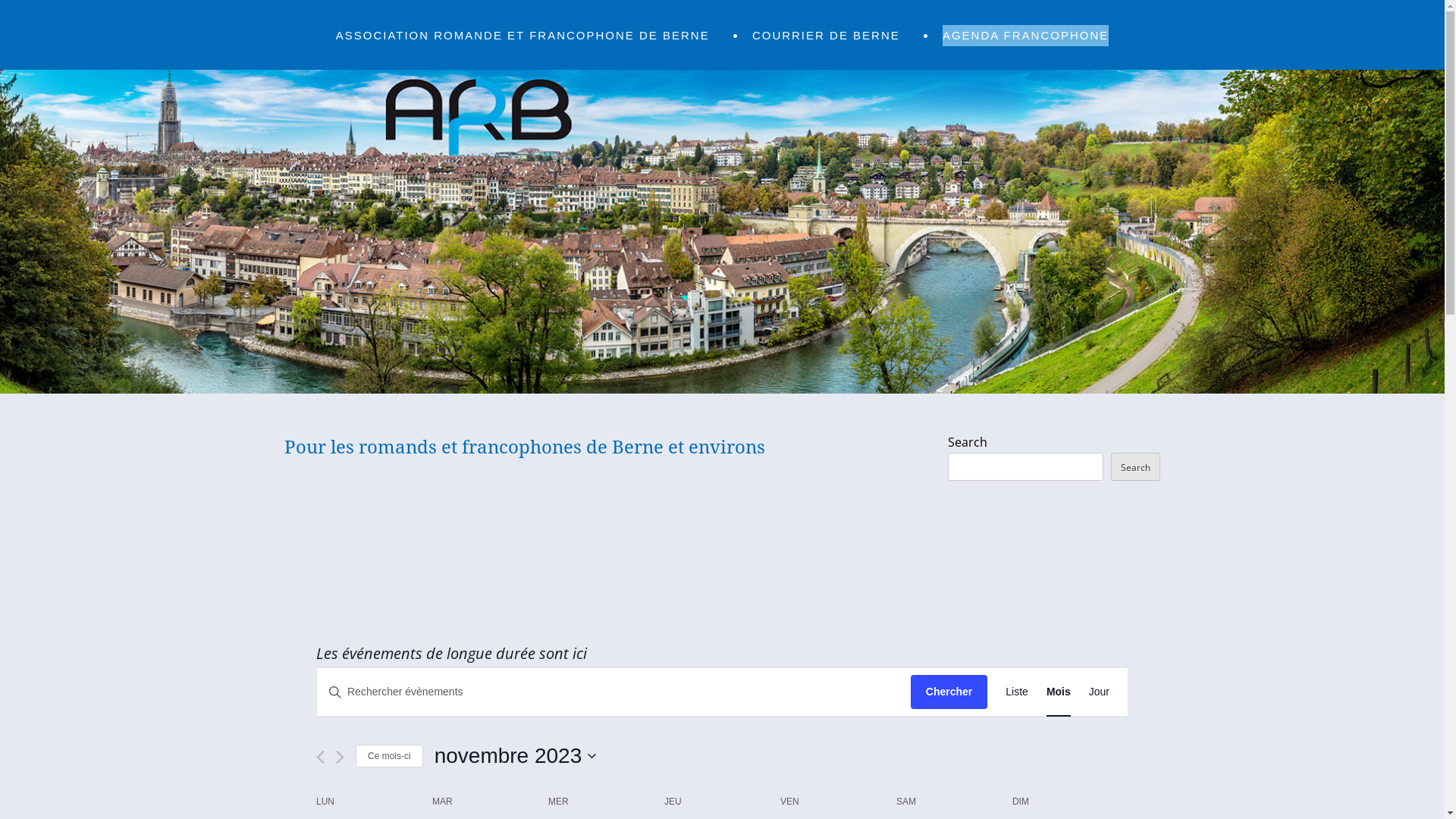 The height and width of the screenshot is (819, 1456). Describe the element at coordinates (516, 755) in the screenshot. I see `'novembre 2023'` at that location.